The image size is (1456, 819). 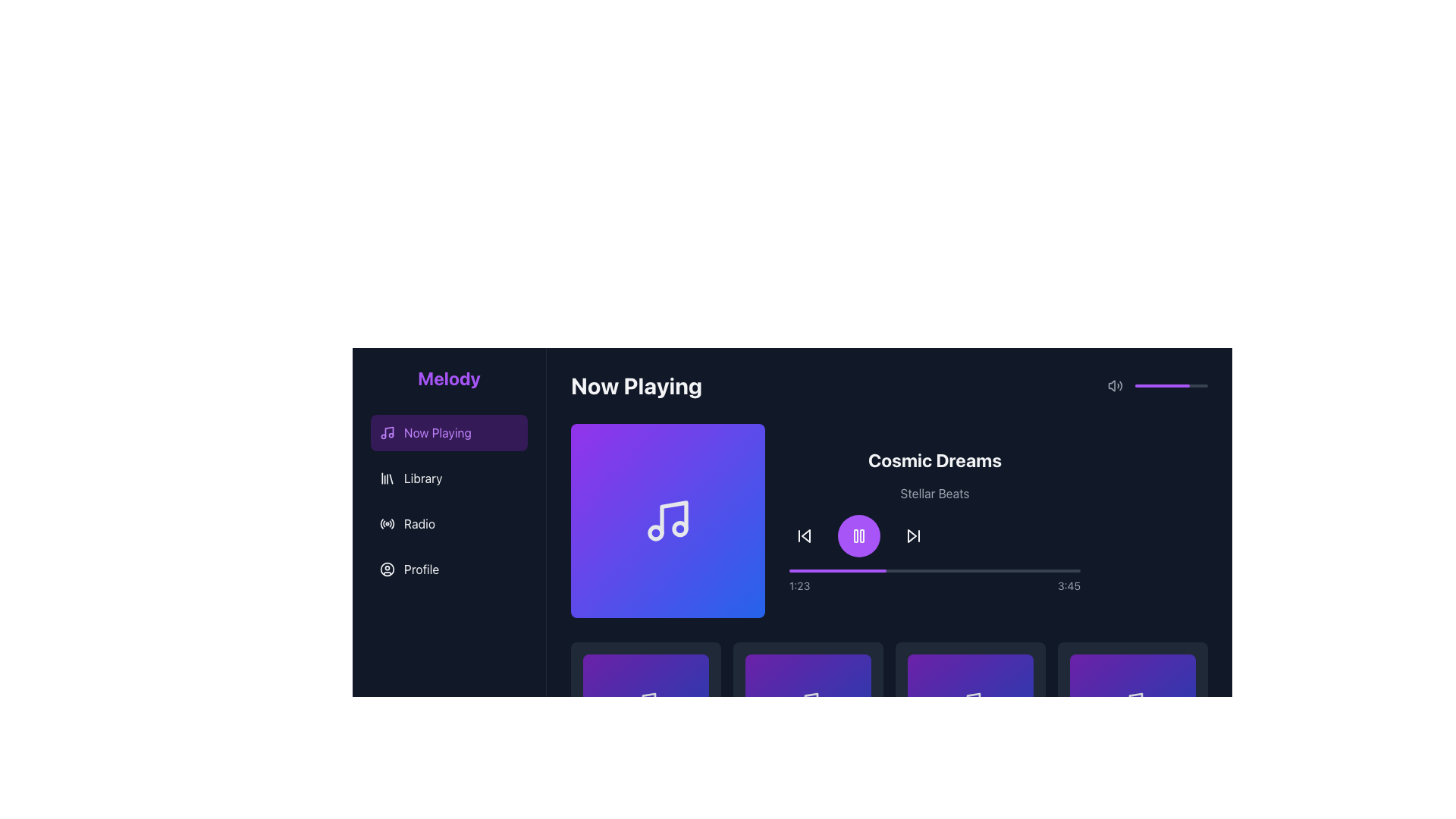 What do you see at coordinates (803, 535) in the screenshot?
I see `the back-skip button, which is an icon with a triangular shape pointing left and a vertical line, located in the bottom-right section of the player controls in the 'Now Playing' interface` at bounding box center [803, 535].